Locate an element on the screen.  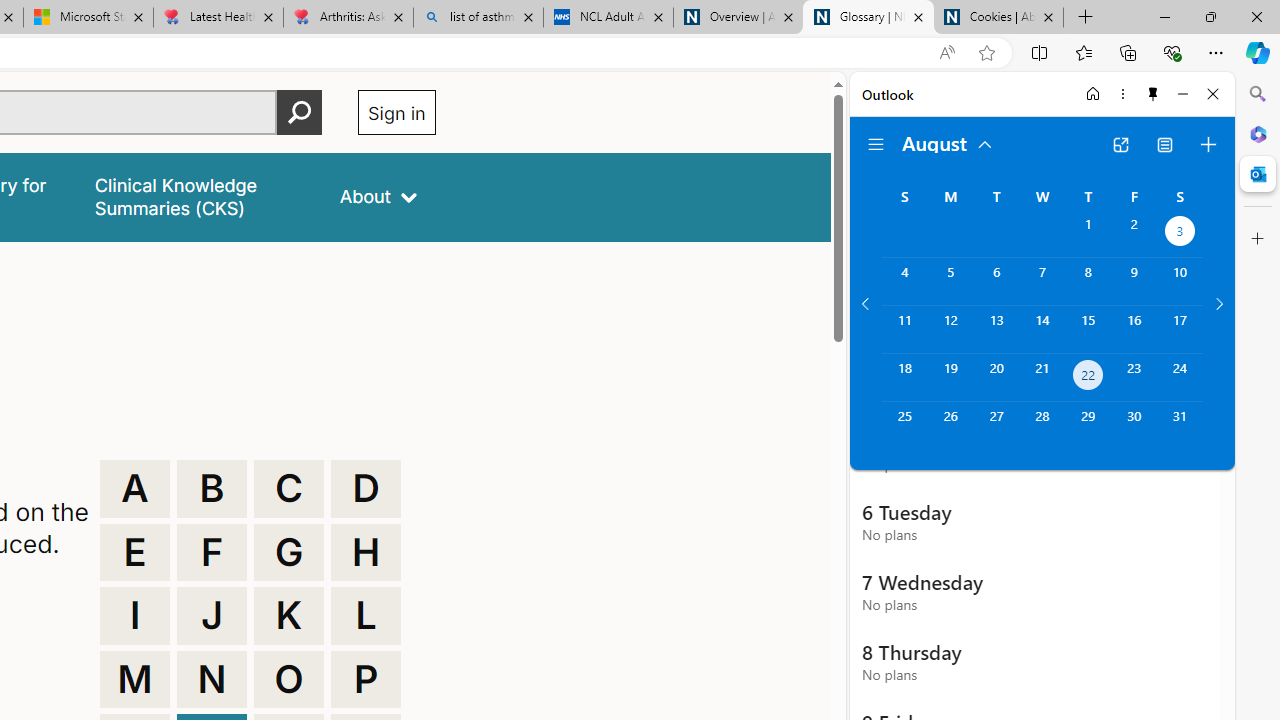
'Friday, August 30, 2024. ' is located at coordinates (1134, 424).